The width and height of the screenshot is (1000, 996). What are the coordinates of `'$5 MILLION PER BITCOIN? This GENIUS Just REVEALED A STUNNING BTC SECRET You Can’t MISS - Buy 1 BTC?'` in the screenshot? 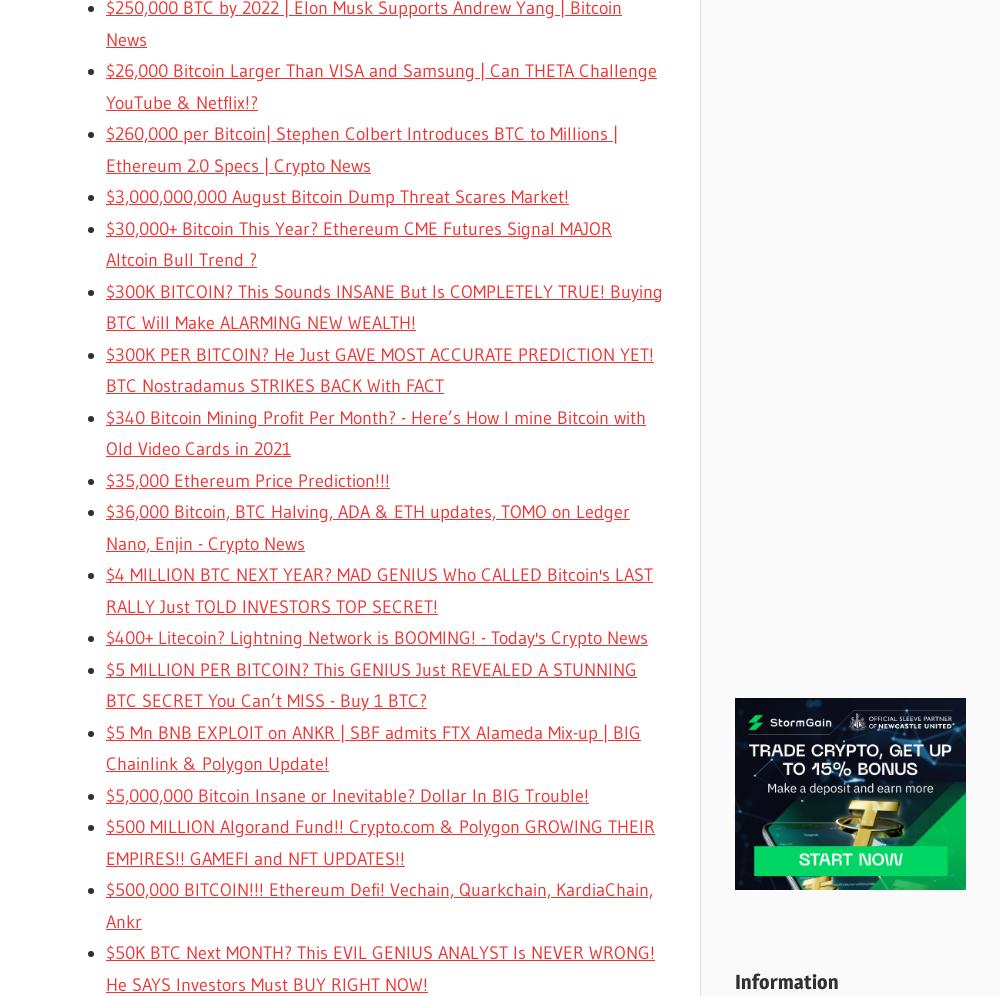 It's located at (370, 685).